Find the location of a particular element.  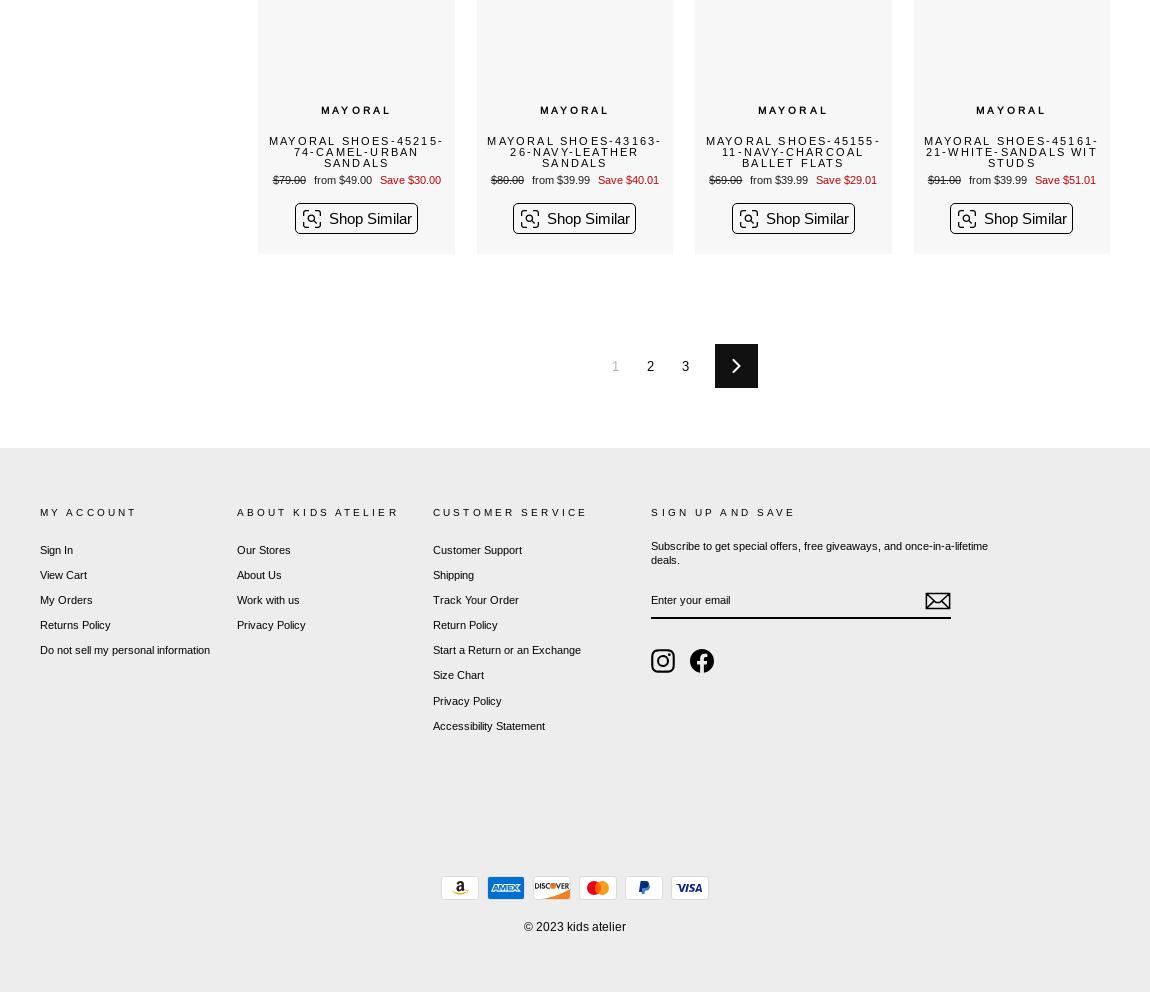

'Save $51.01' is located at coordinates (1064, 177).